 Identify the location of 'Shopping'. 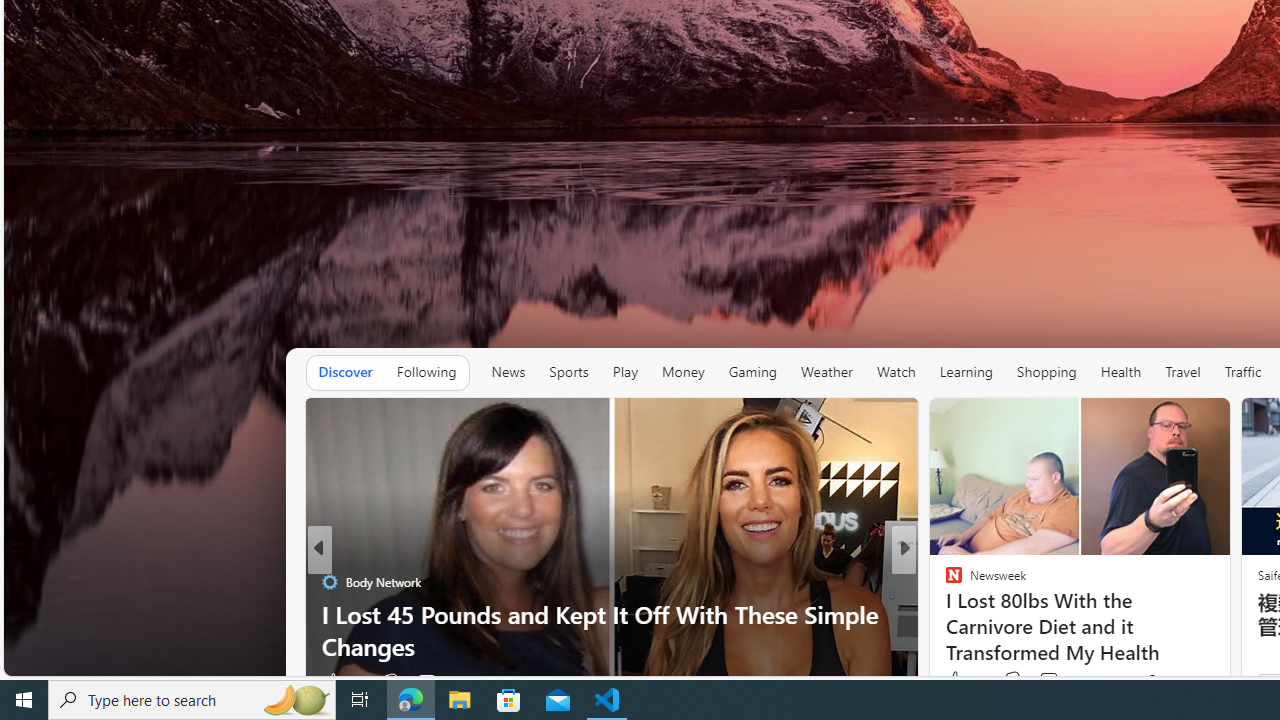
(1046, 372).